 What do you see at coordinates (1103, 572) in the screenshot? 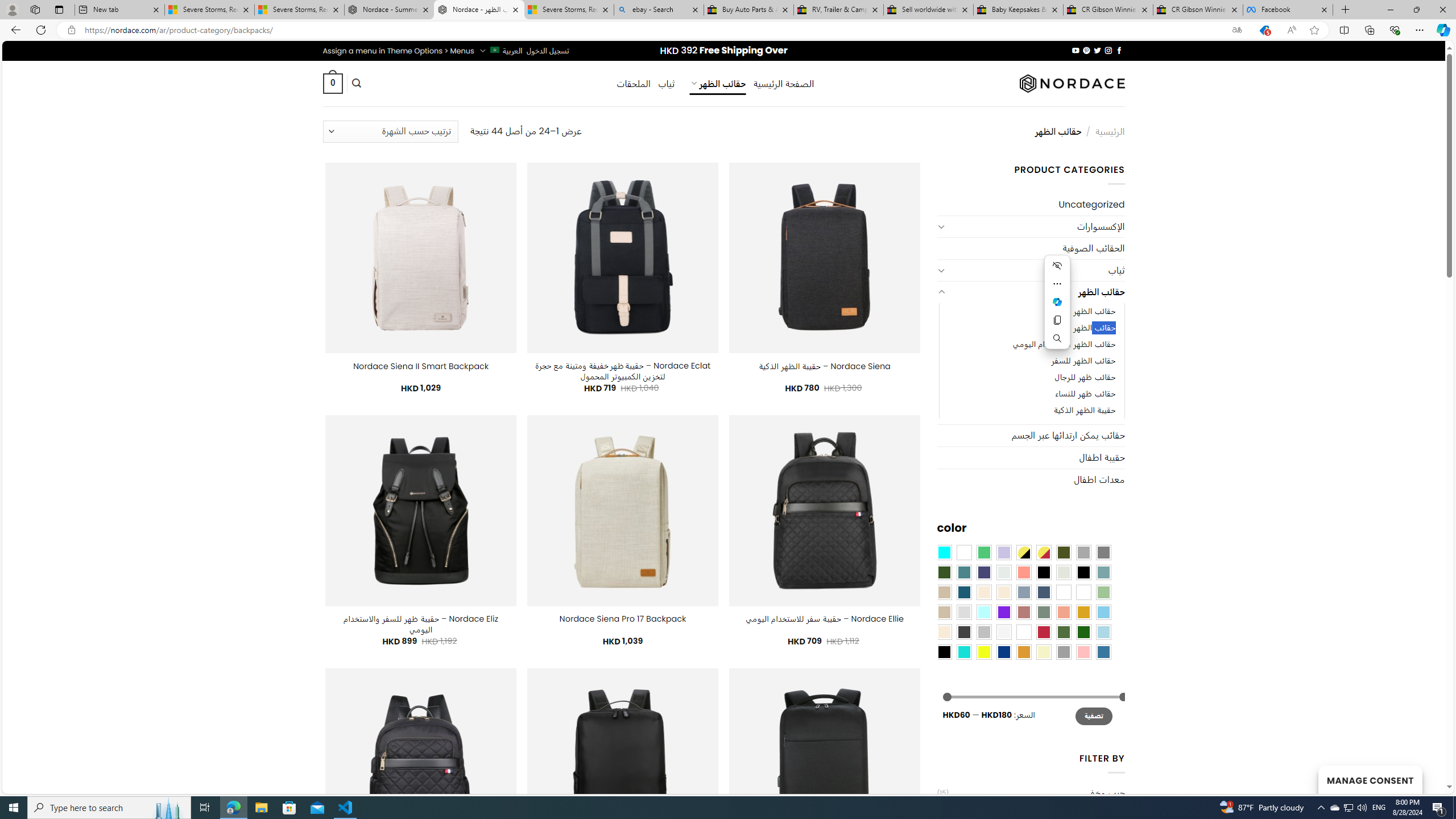
I see `'Blue Sage'` at bounding box center [1103, 572].